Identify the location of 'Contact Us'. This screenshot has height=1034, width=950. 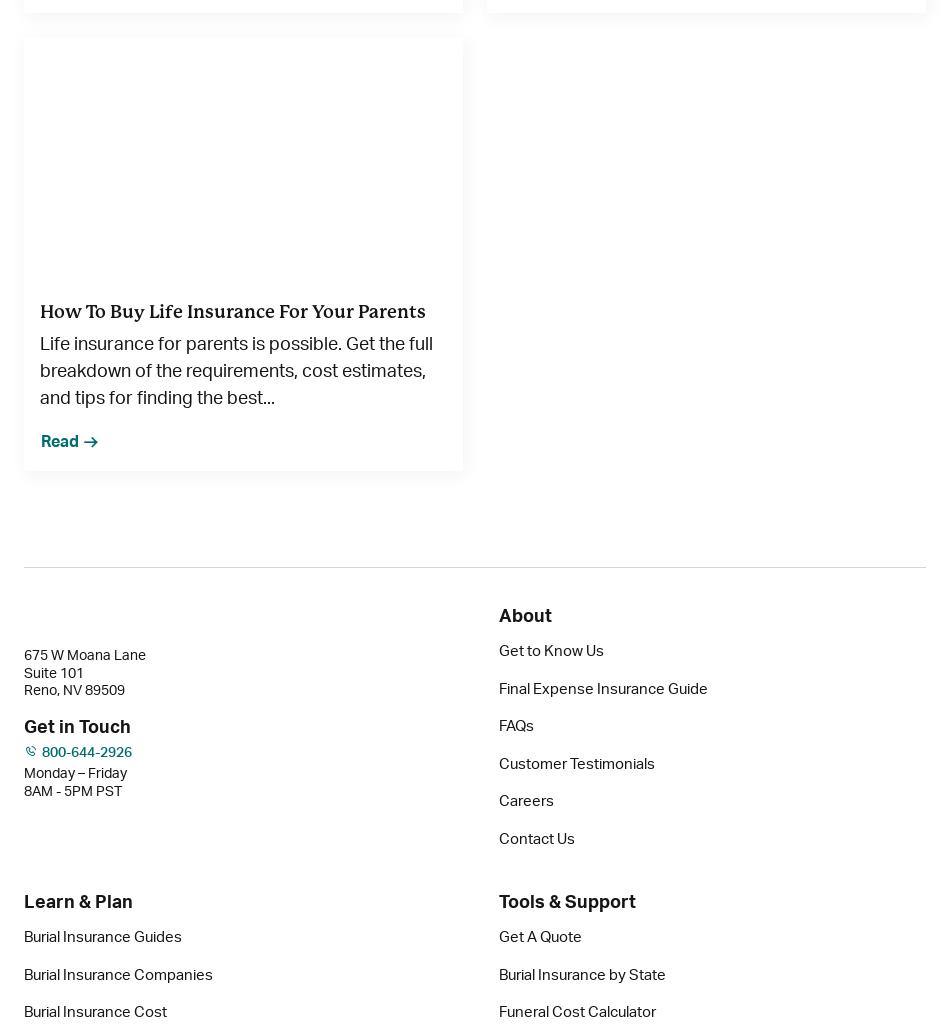
(537, 837).